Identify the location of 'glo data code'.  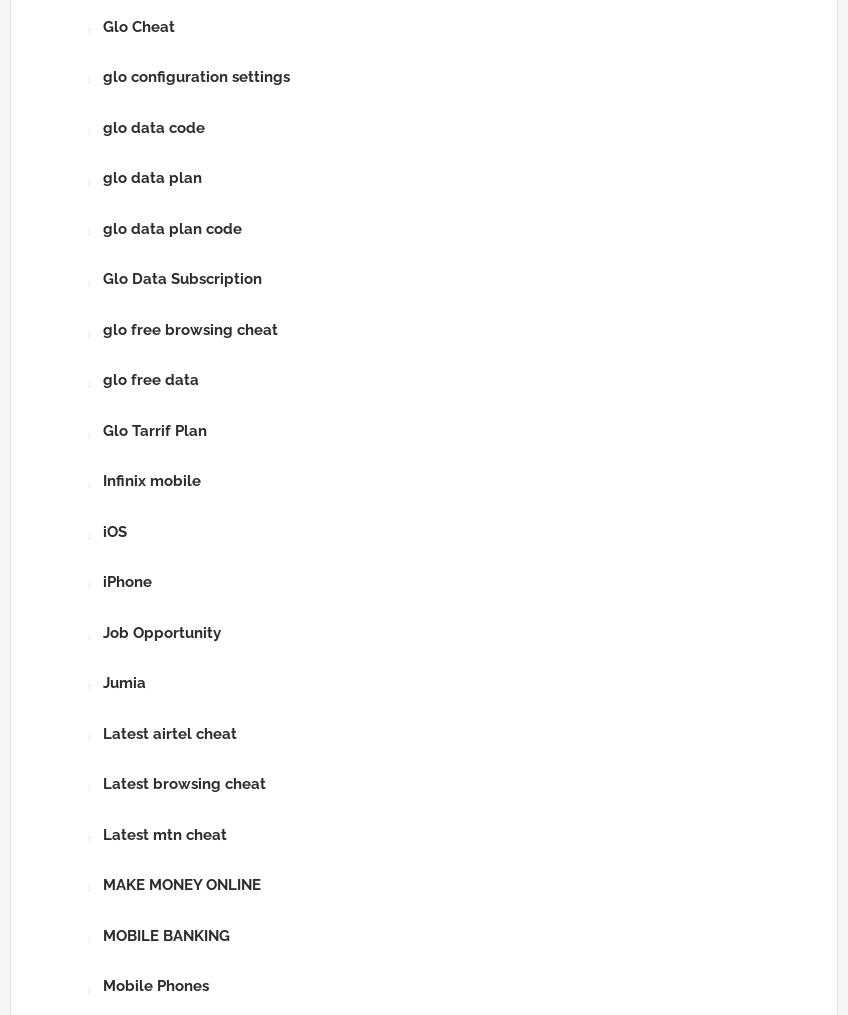
(152, 126).